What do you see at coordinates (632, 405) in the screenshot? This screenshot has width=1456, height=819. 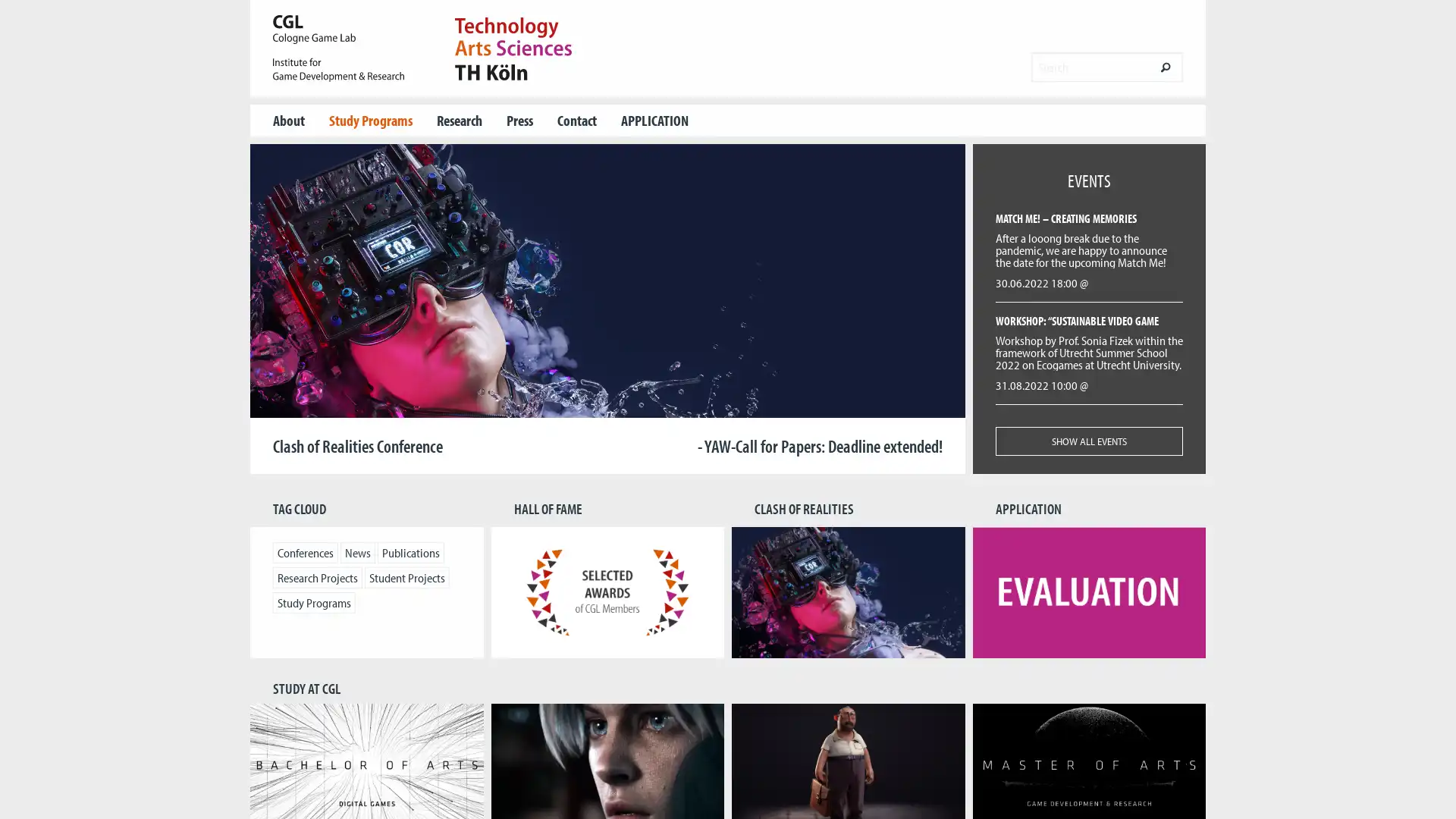 I see `Antura for Ukraine` at bounding box center [632, 405].